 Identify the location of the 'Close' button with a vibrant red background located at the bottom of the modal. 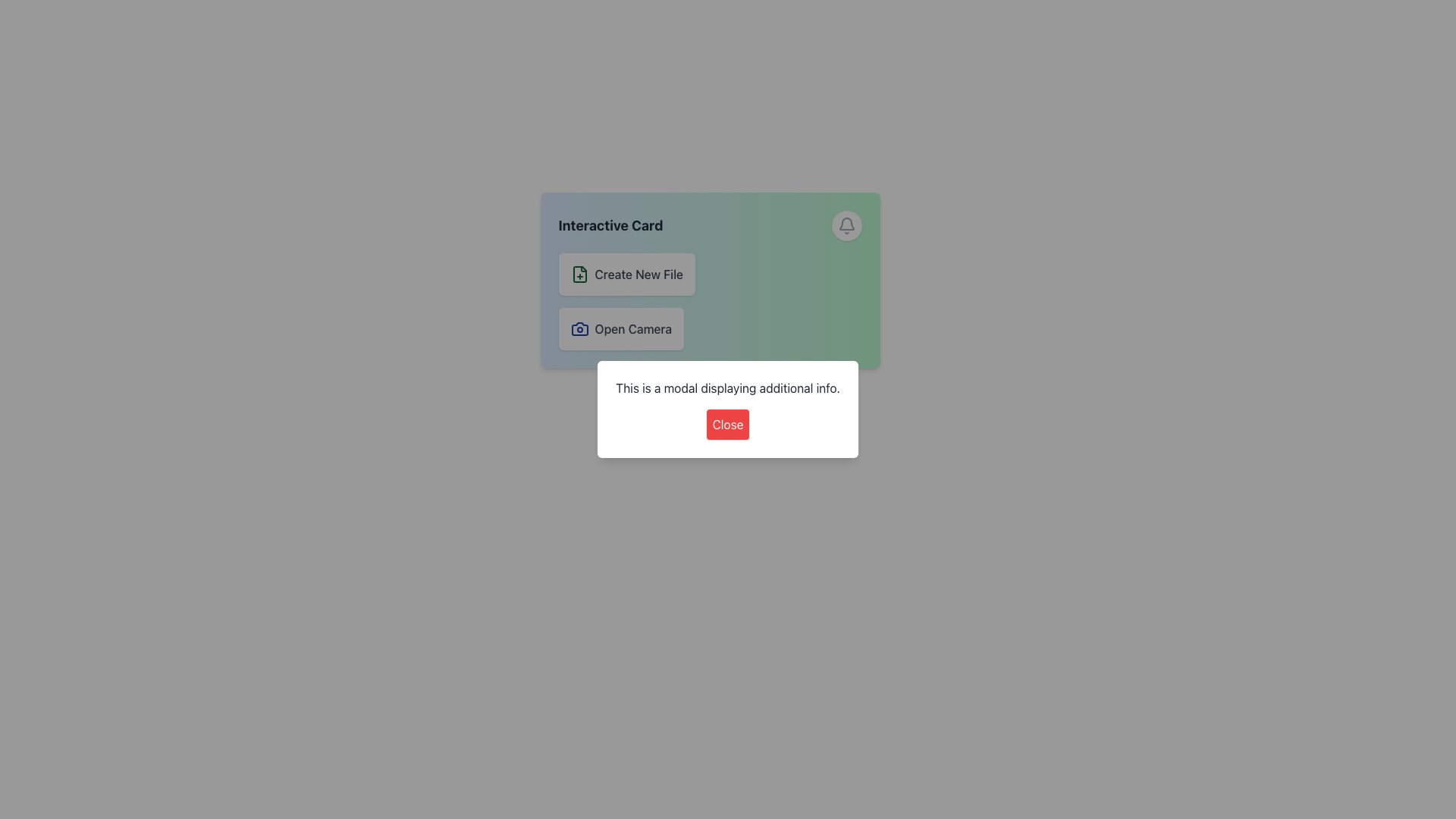
(728, 424).